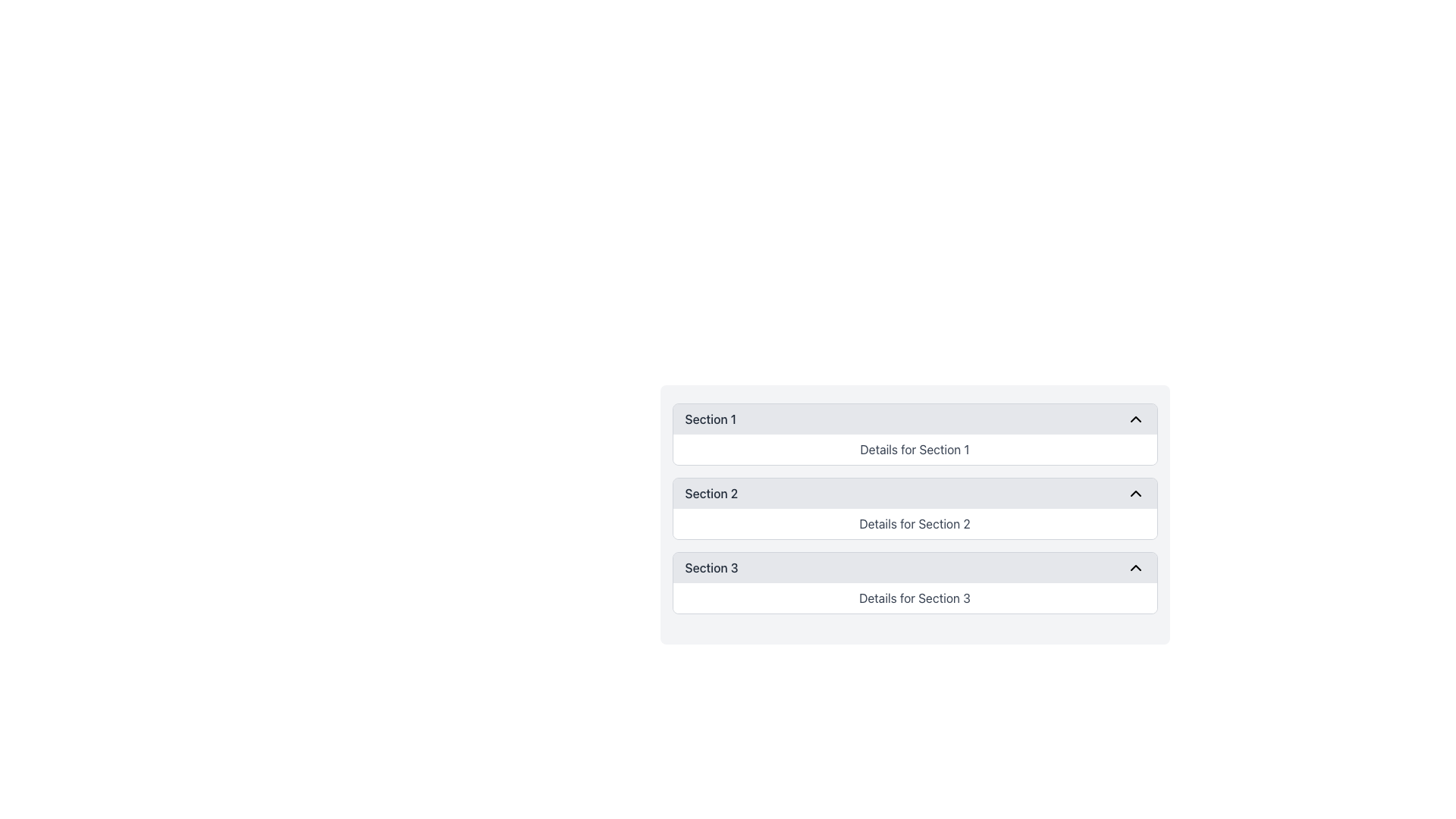  What do you see at coordinates (1135, 567) in the screenshot?
I see `the upward-pointing chevron icon located at the far-right side of the 'Section 3' header` at bounding box center [1135, 567].